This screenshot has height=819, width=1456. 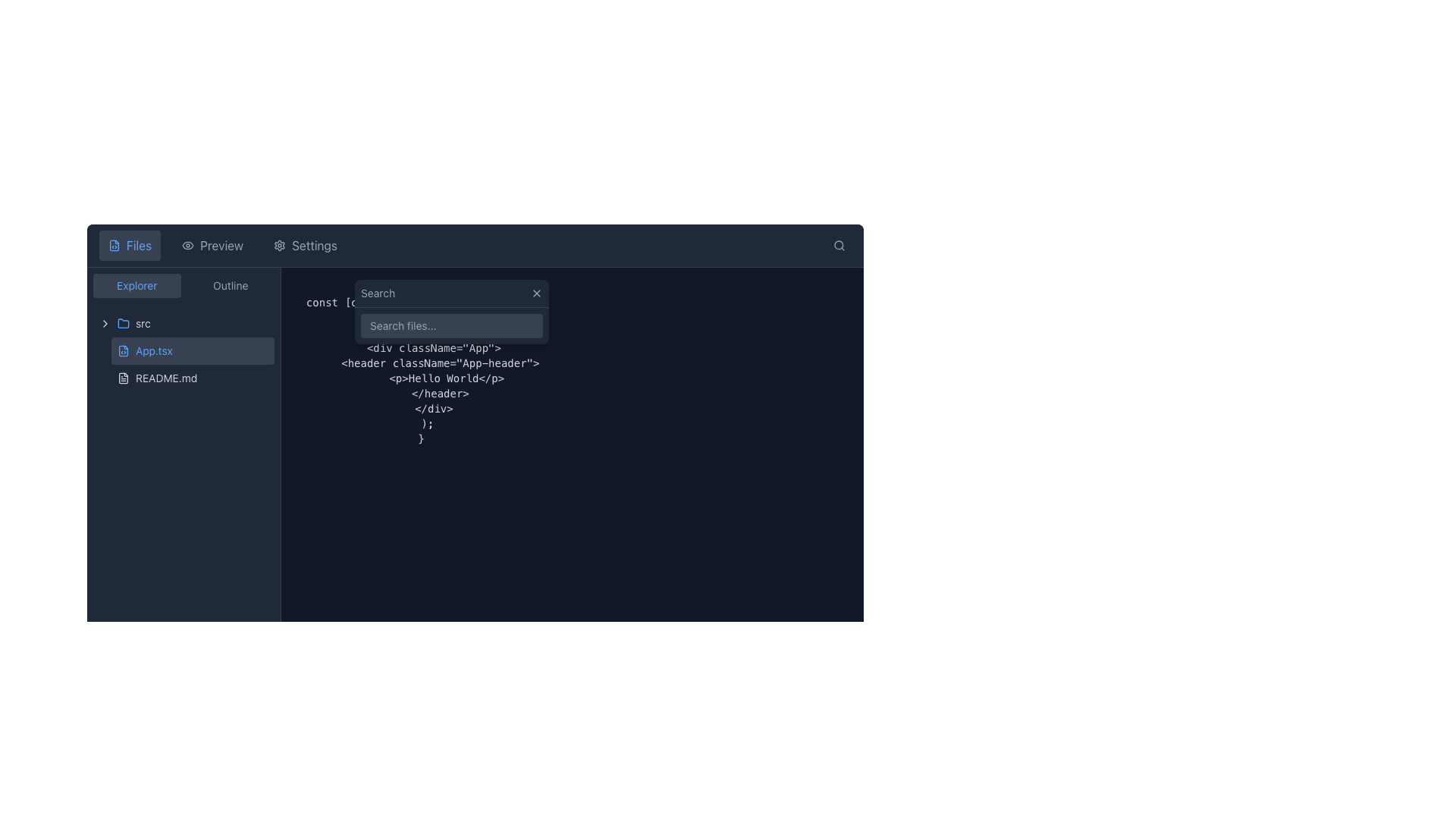 What do you see at coordinates (183, 286) in the screenshot?
I see `the 'Outline' button in the toggle navigation element located in the top left section of the sidebar` at bounding box center [183, 286].